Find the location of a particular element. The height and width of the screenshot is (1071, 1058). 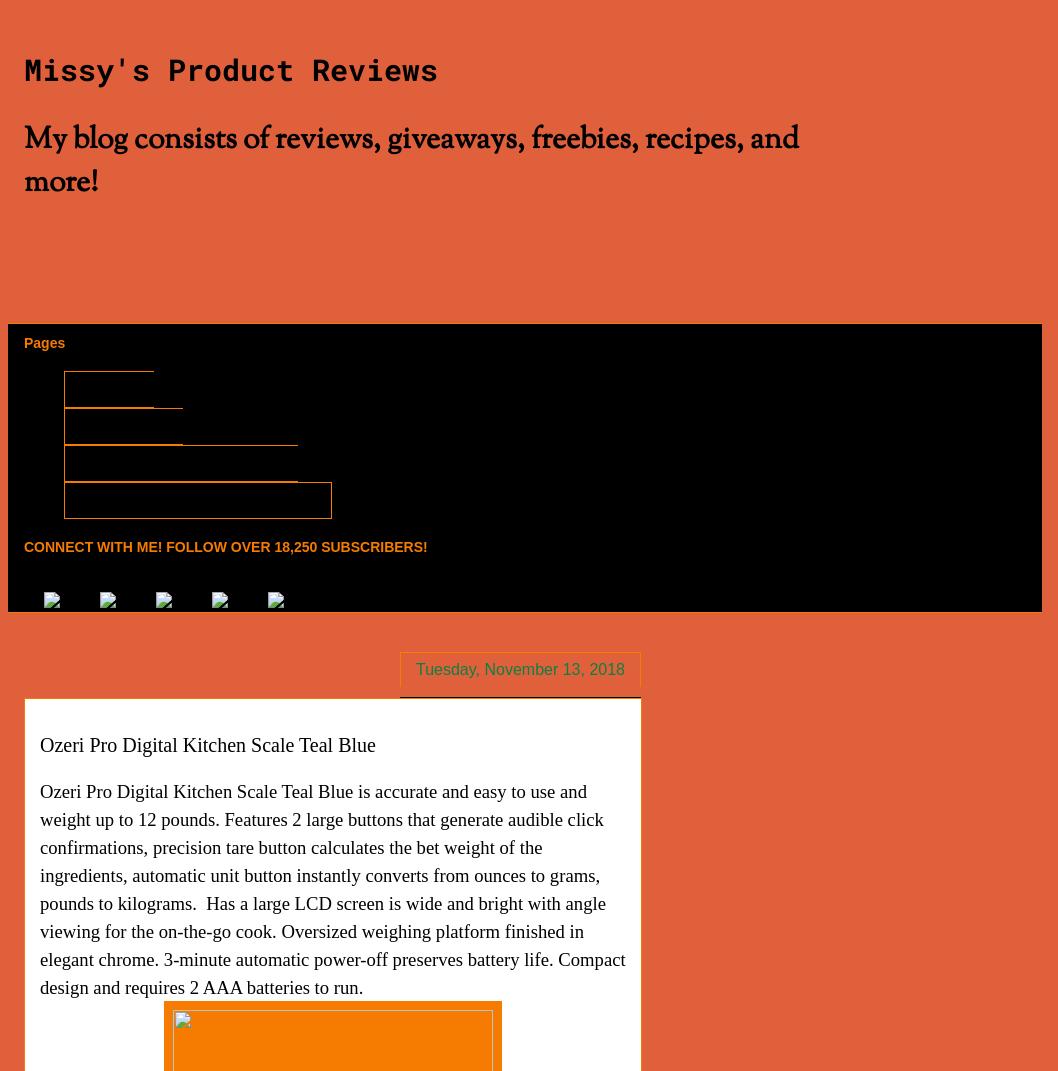

'Ozeri Pro Digital Kitchen Scale Teal Blue' is located at coordinates (39, 744).